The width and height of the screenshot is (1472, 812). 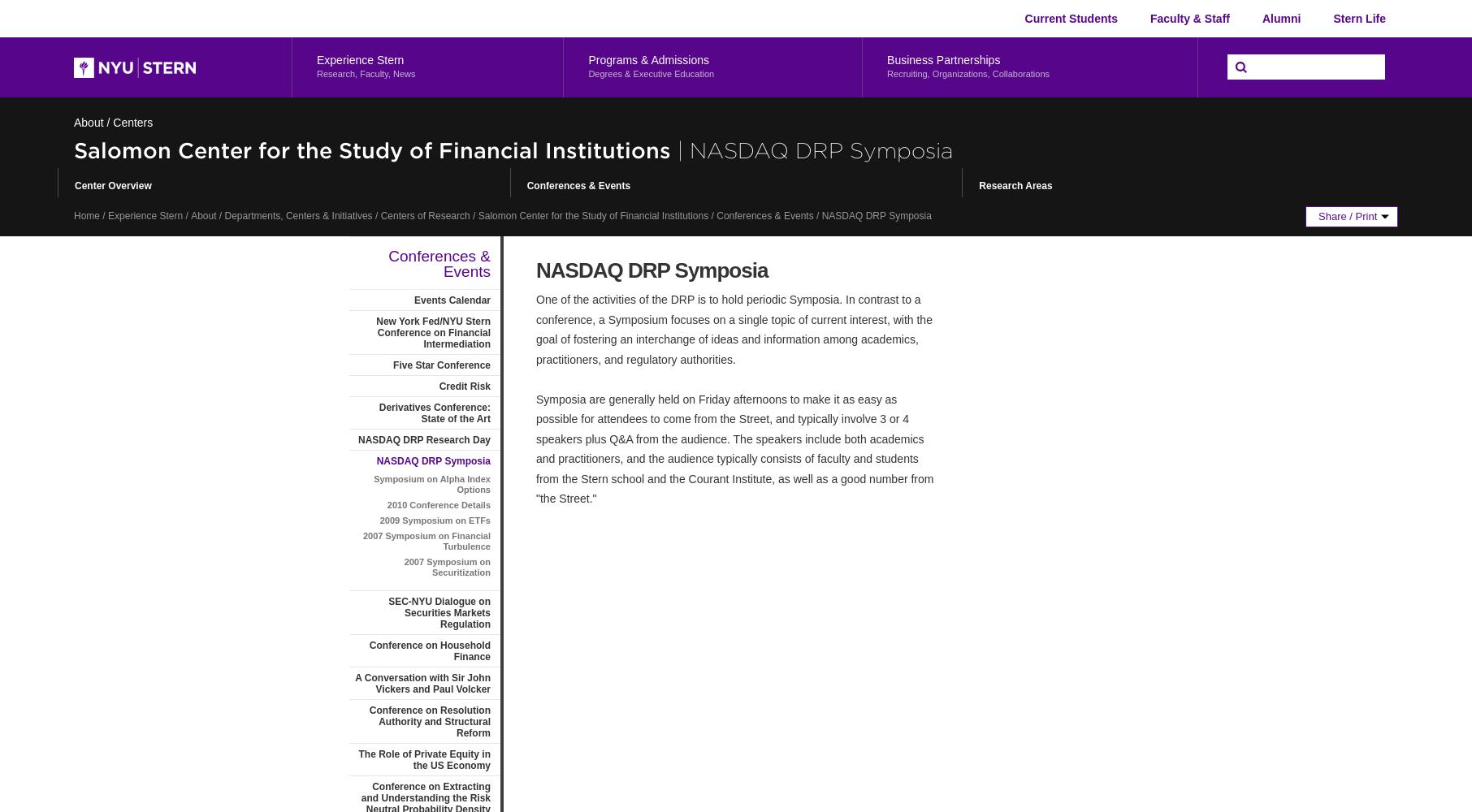 I want to click on '2009 Symposium on ETFs', so click(x=435, y=520).